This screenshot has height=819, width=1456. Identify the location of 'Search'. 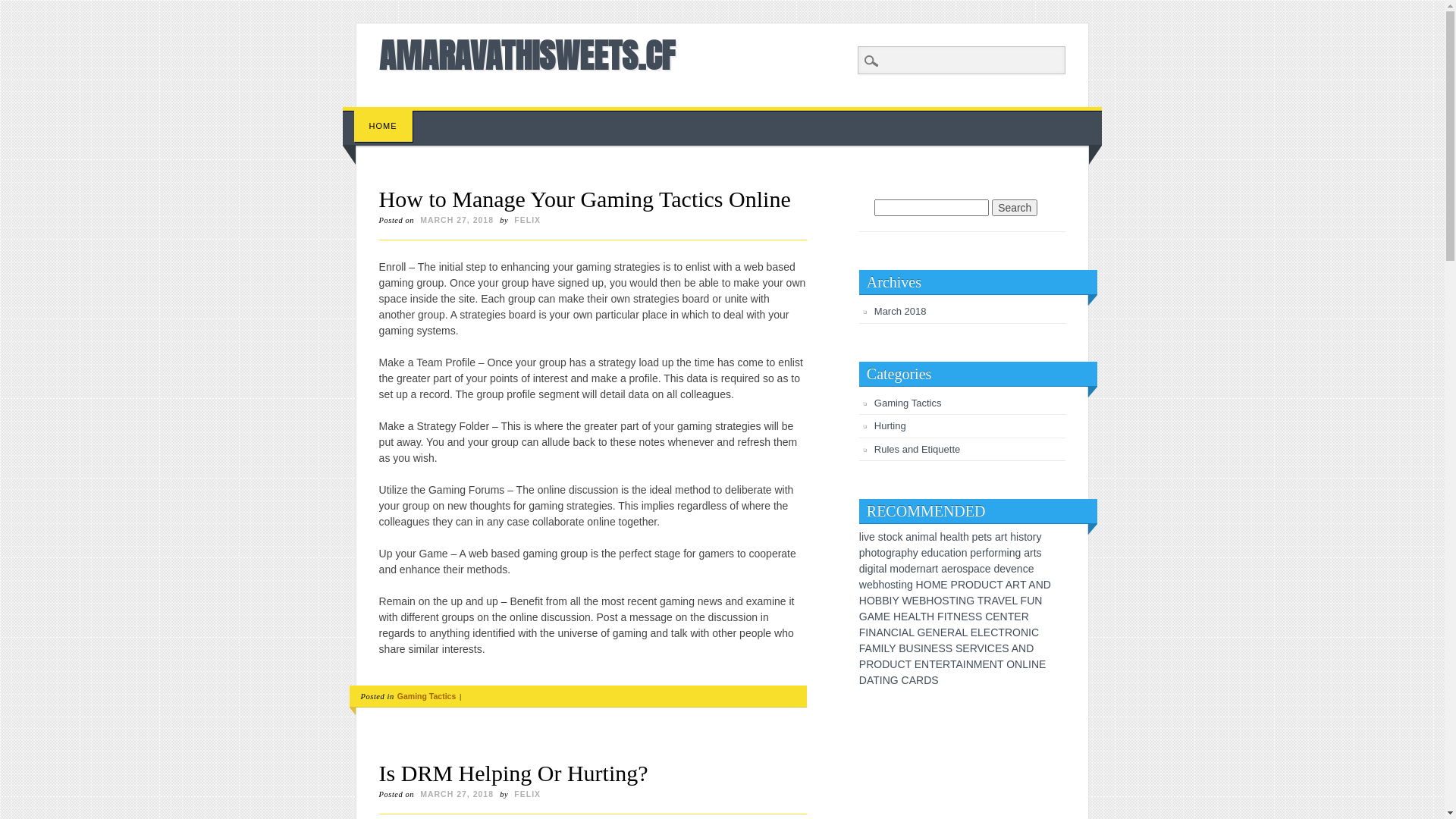
(0, 8).